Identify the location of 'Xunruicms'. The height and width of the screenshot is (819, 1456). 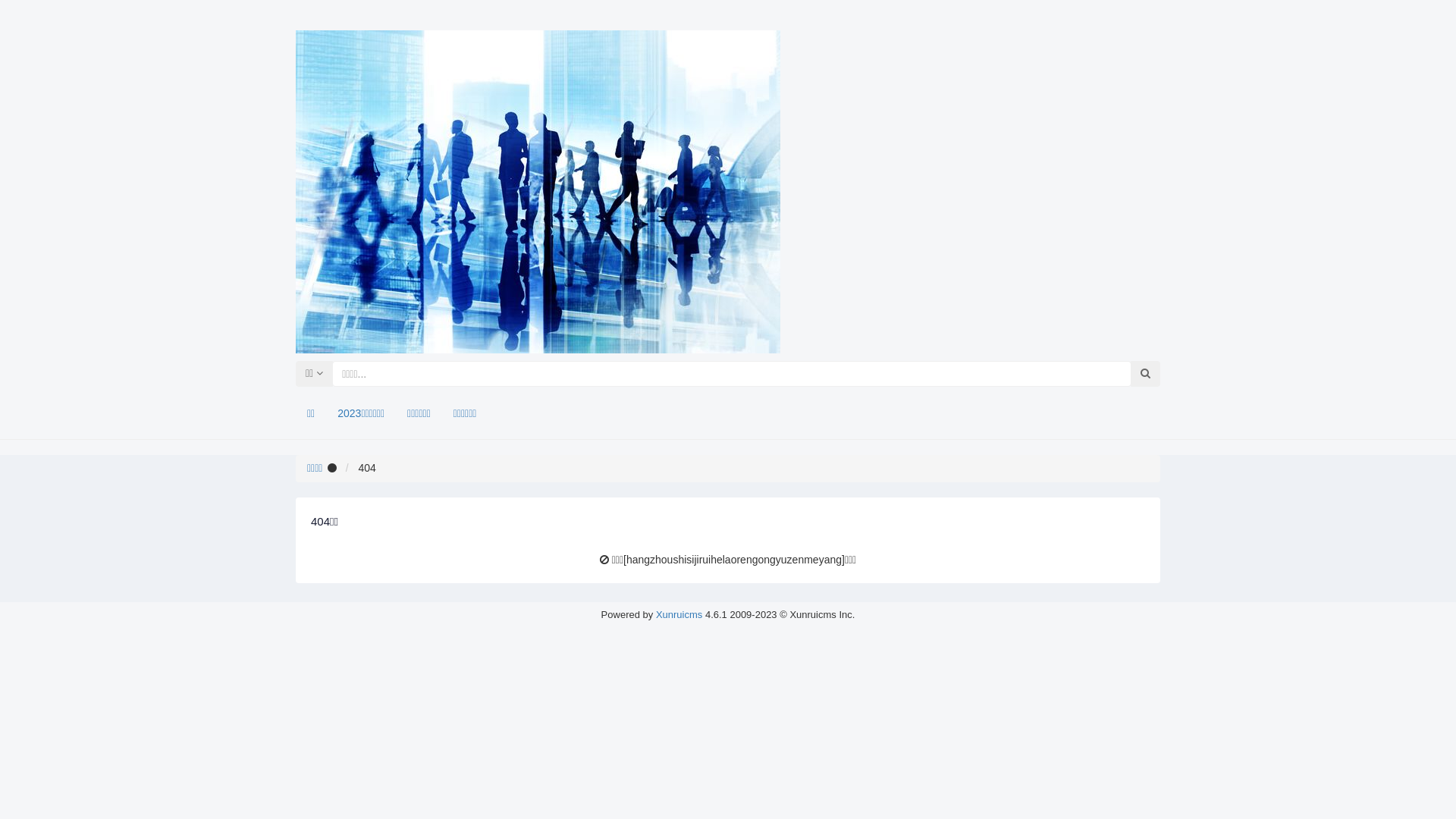
(678, 614).